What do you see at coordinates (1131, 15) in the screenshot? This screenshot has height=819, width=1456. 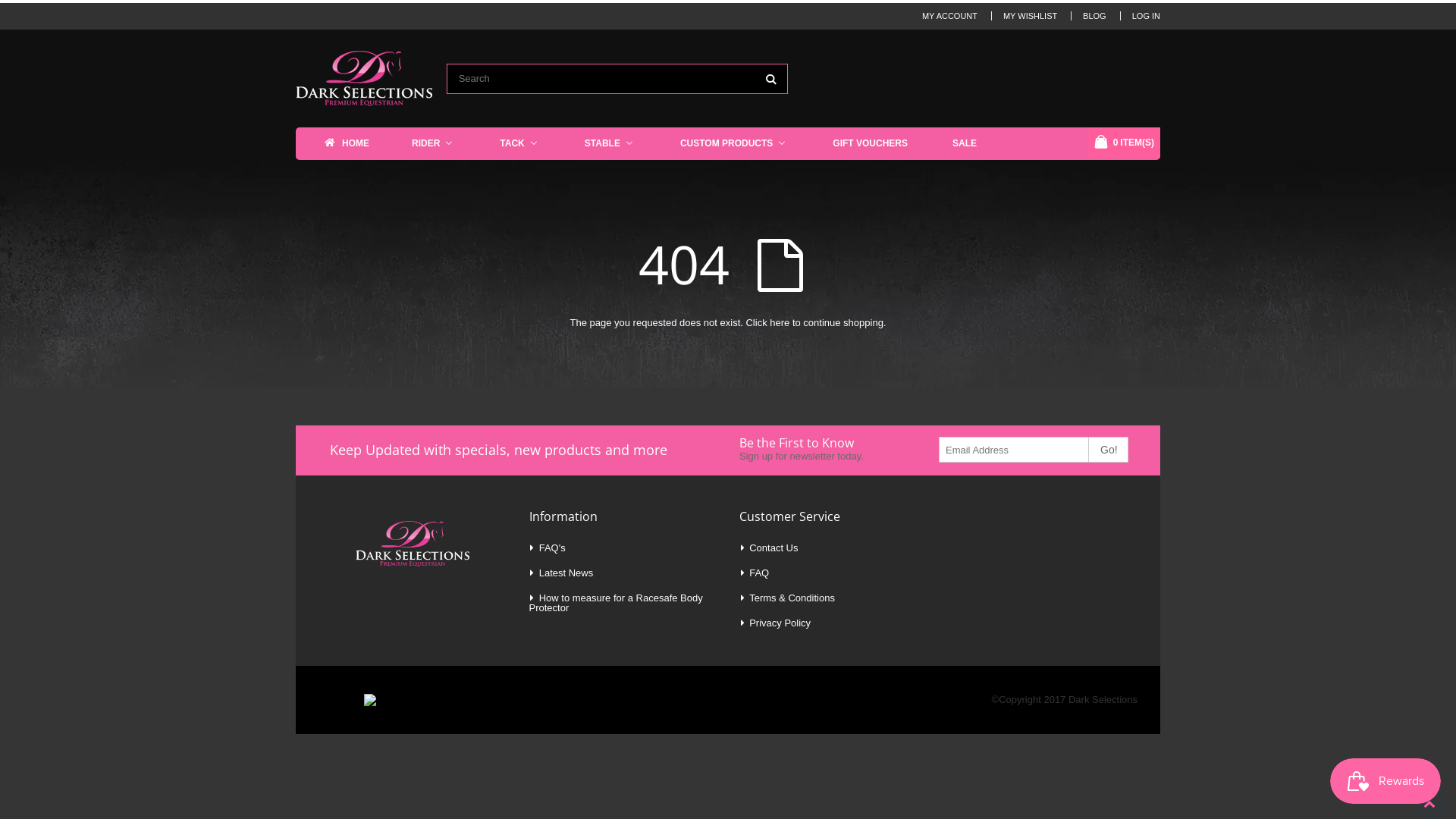 I see `'LOG IN'` at bounding box center [1131, 15].